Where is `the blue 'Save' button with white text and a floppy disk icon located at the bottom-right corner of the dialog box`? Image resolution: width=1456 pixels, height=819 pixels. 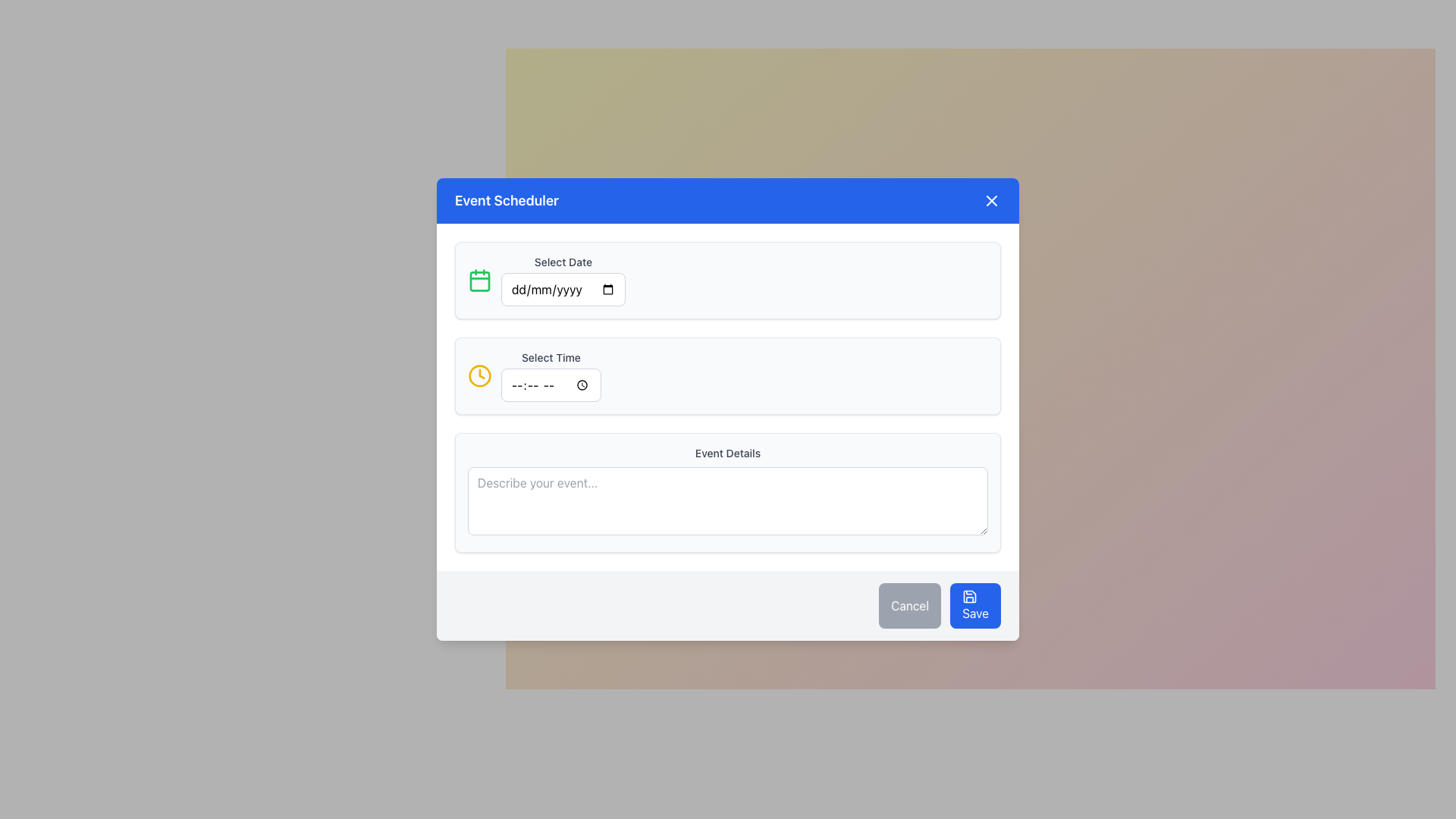
the blue 'Save' button with white text and a floppy disk icon located at the bottom-right corner of the dialog box is located at coordinates (975, 604).